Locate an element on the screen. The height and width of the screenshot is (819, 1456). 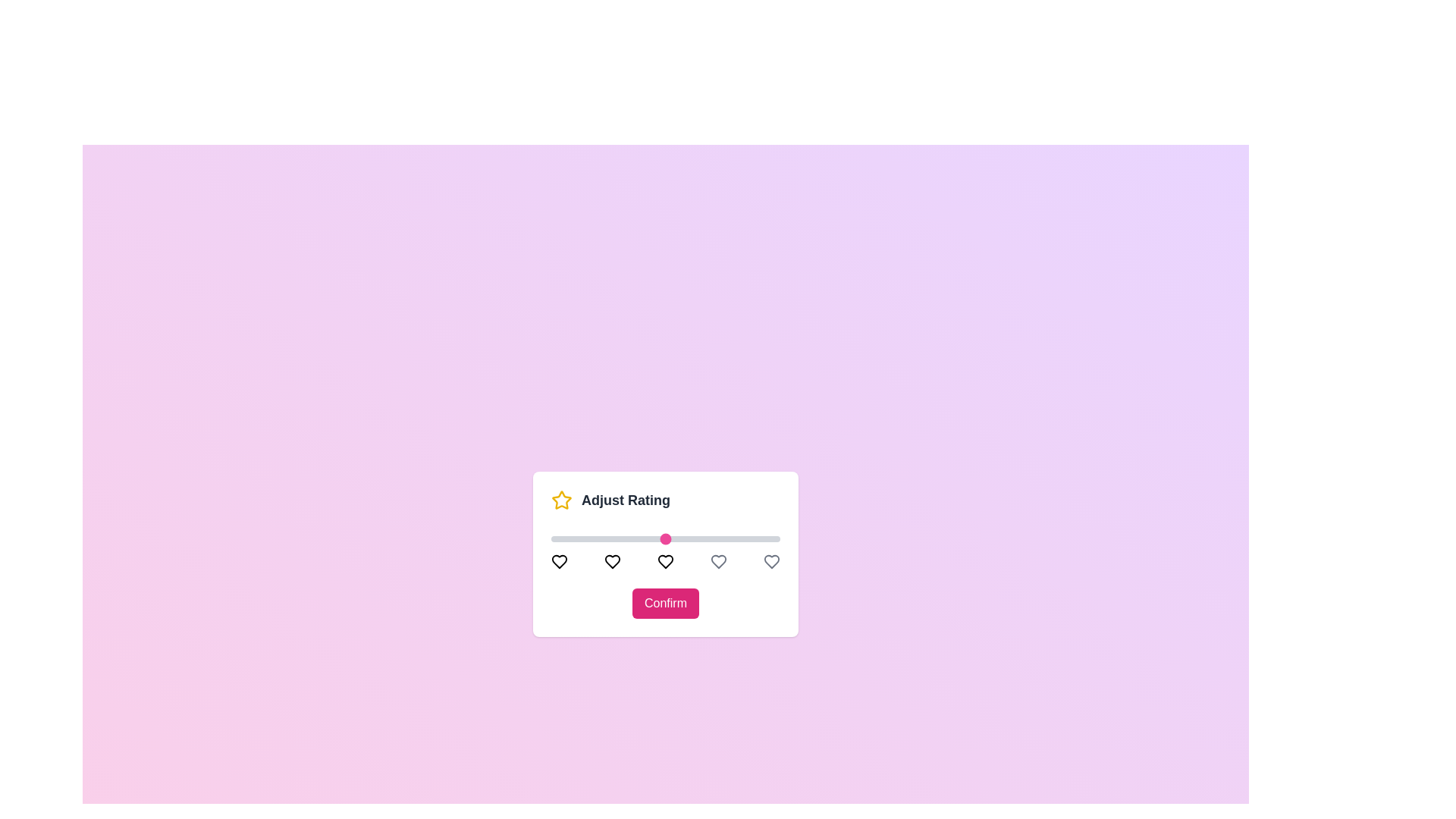
the slider to set the rating to 2 is located at coordinates (608, 538).